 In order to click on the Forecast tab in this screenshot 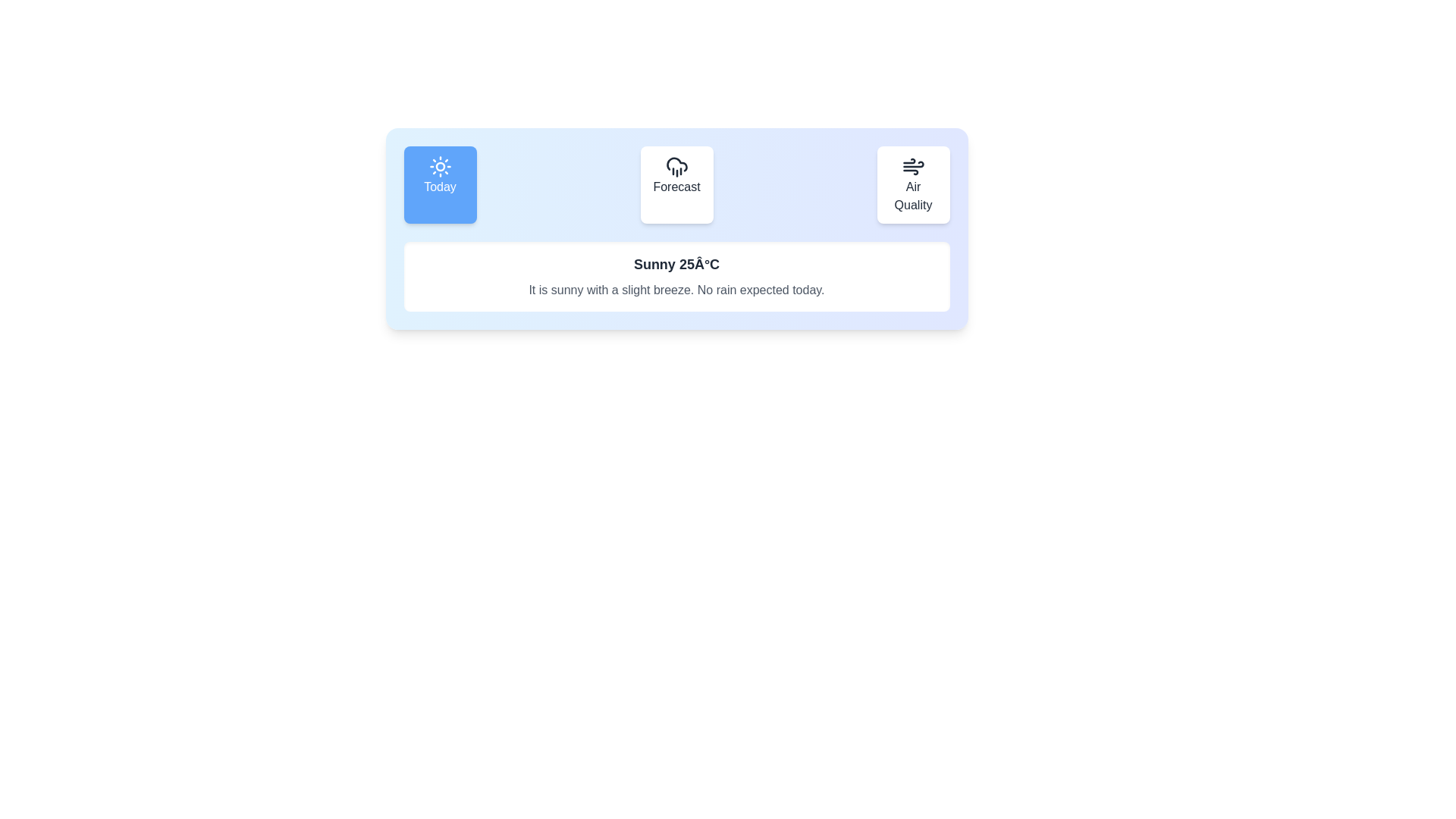, I will do `click(676, 184)`.